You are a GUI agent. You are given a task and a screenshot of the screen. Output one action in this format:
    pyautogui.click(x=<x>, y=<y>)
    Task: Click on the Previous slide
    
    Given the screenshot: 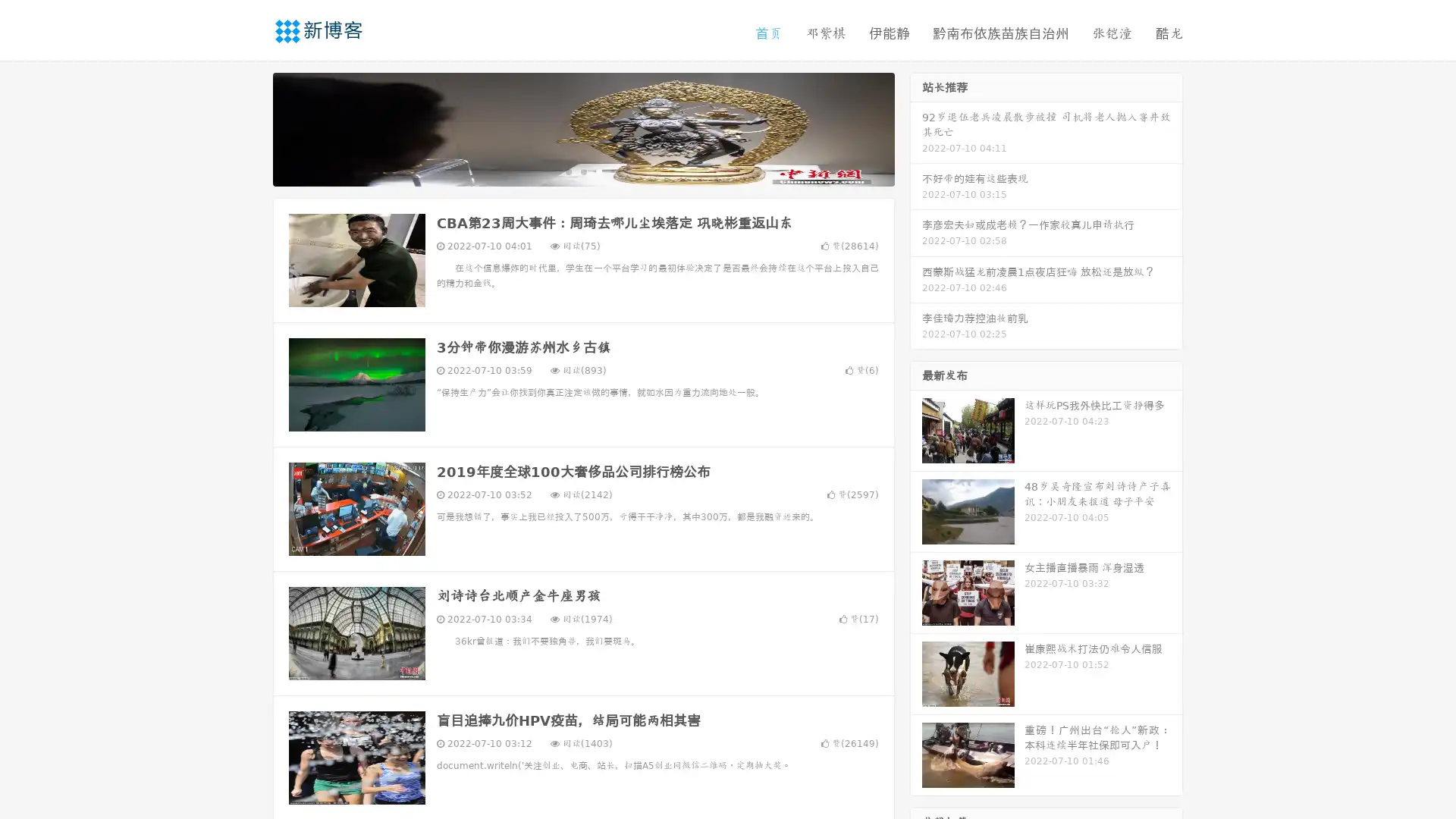 What is the action you would take?
    pyautogui.click(x=250, y=127)
    